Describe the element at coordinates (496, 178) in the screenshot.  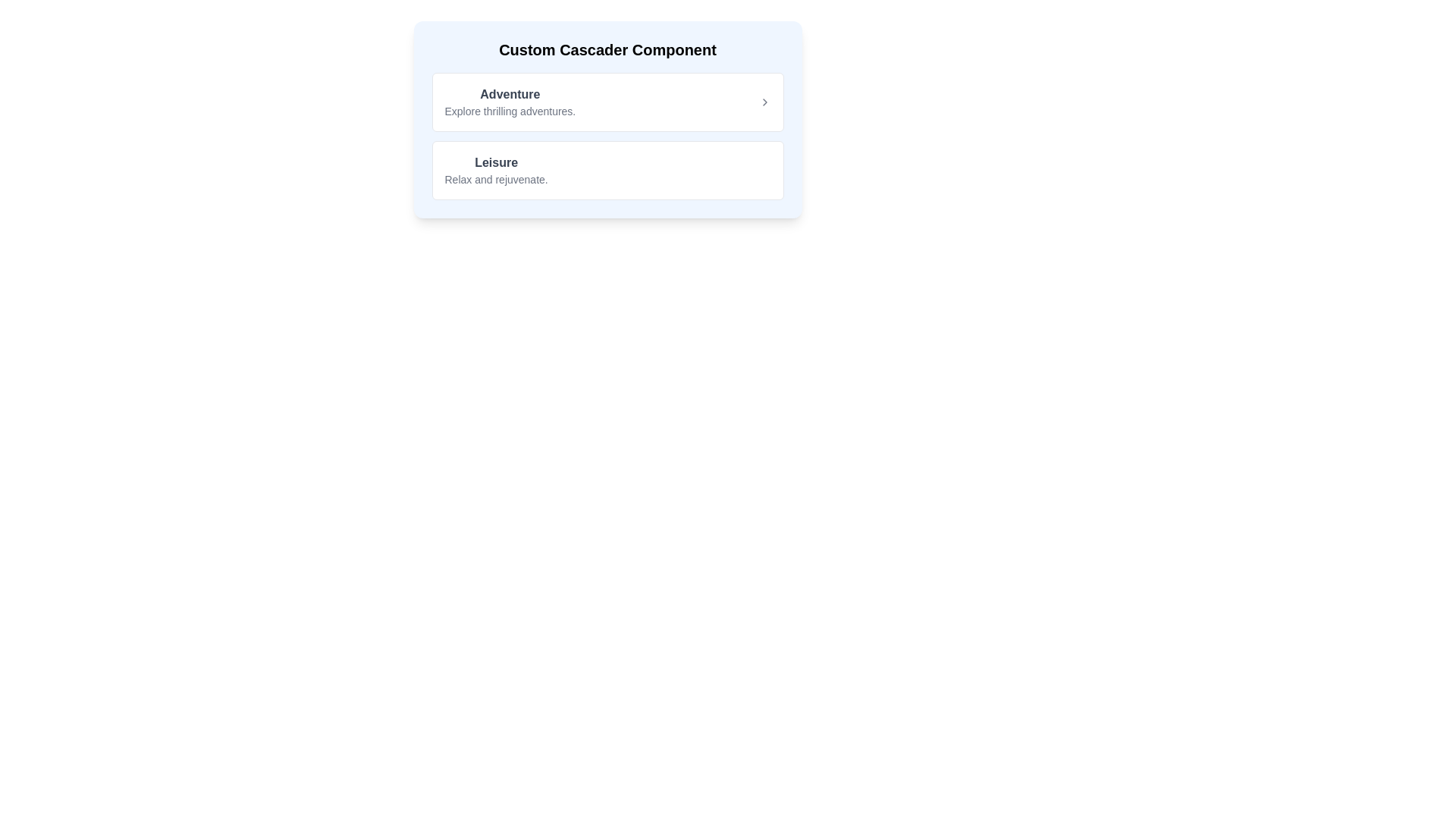
I see `the static text snippet reading 'Relax and rejuvenate.' which is styled with a gray font and positioned beneath the 'Leisure' label` at that location.